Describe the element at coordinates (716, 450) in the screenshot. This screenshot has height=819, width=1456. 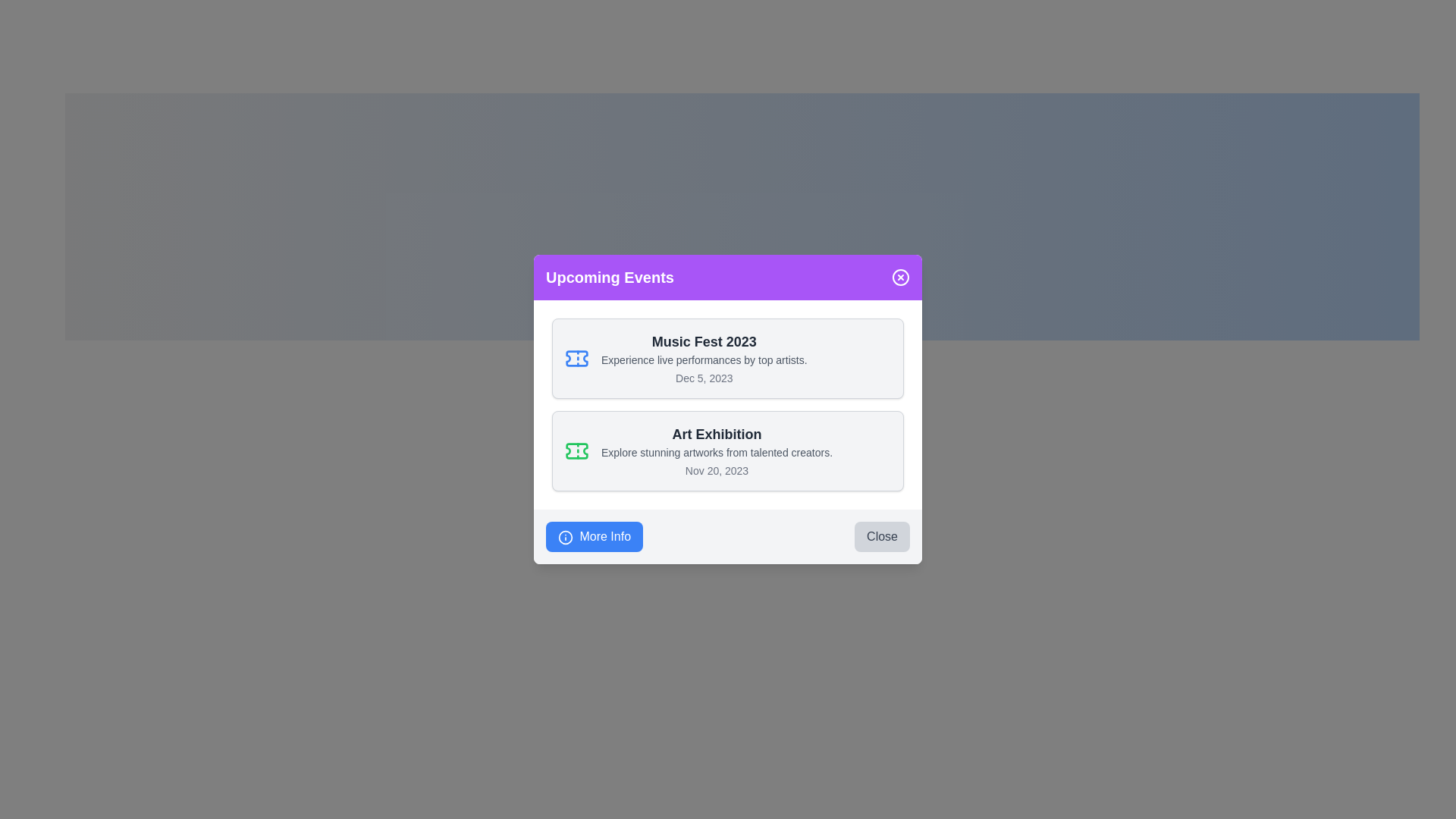
I see `the text block providing information about an upcoming event, located in the bottom section of a card-like structure with a light gray background and rounded corners` at that location.